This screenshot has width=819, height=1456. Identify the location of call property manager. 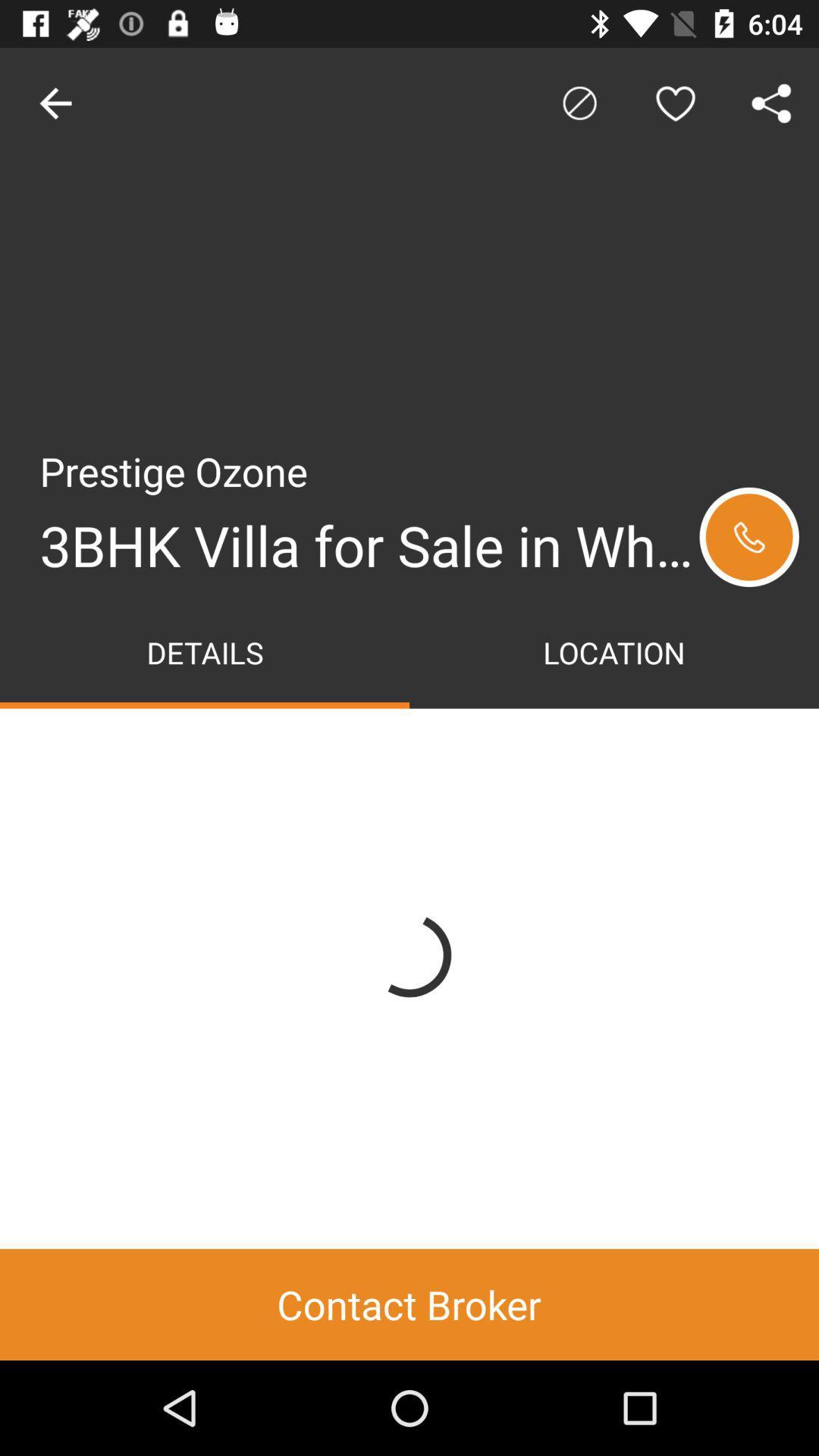
(748, 537).